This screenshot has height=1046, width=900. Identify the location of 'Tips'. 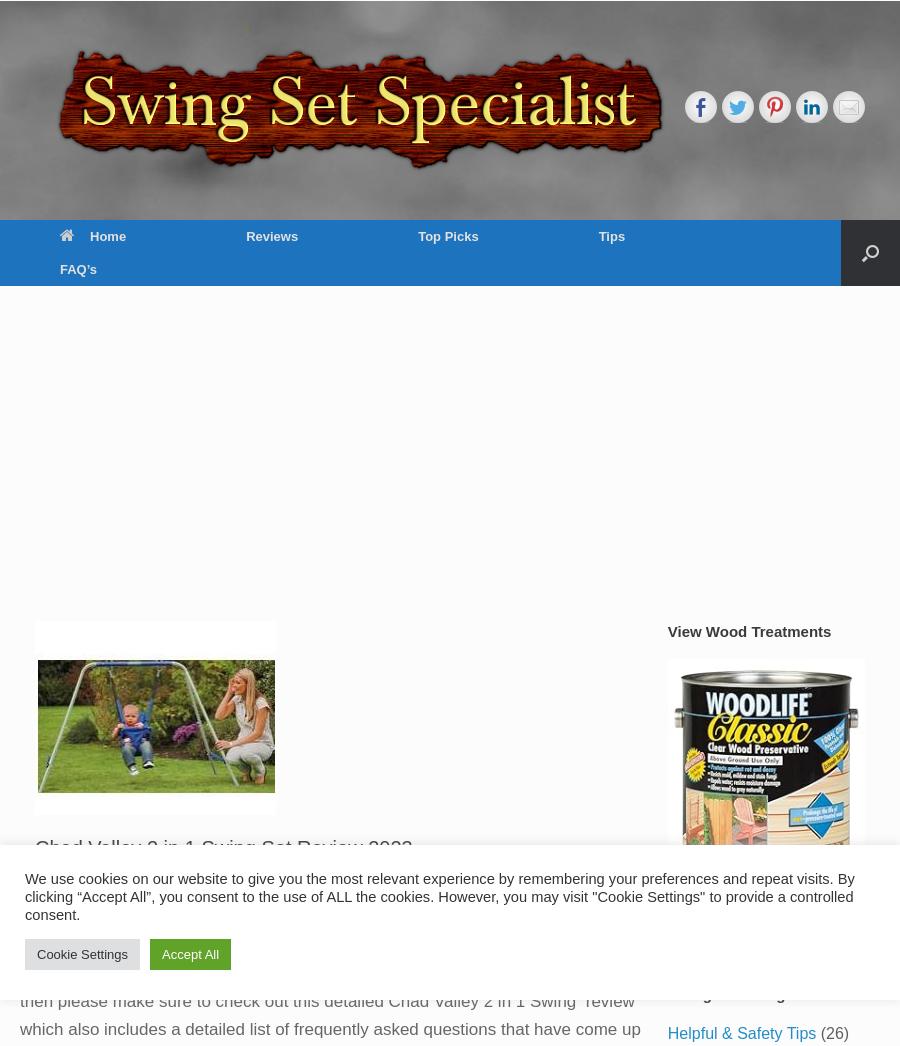
(611, 235).